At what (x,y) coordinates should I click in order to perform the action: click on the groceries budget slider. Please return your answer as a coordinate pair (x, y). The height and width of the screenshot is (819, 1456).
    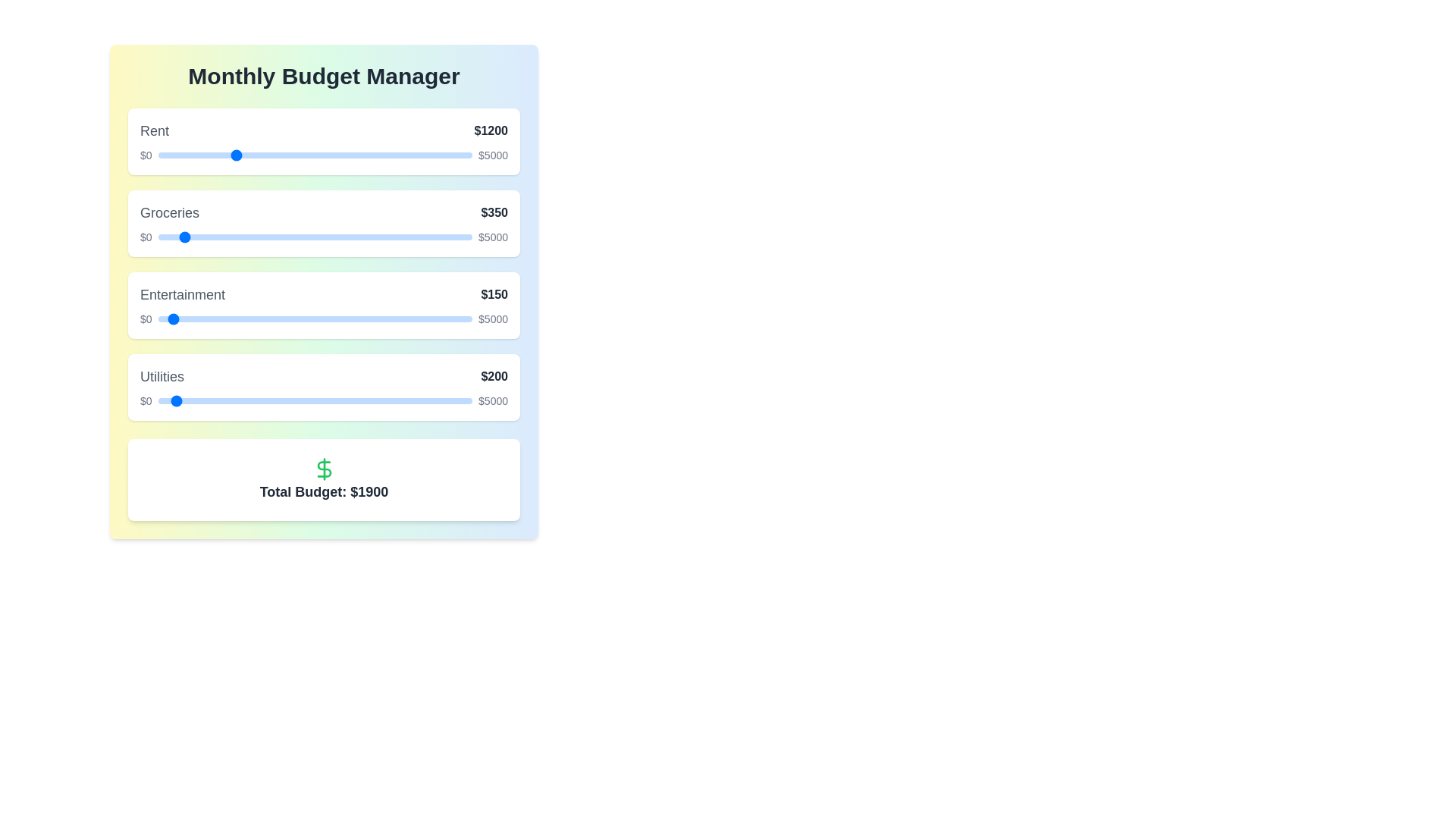
    Looking at the image, I should click on (357, 237).